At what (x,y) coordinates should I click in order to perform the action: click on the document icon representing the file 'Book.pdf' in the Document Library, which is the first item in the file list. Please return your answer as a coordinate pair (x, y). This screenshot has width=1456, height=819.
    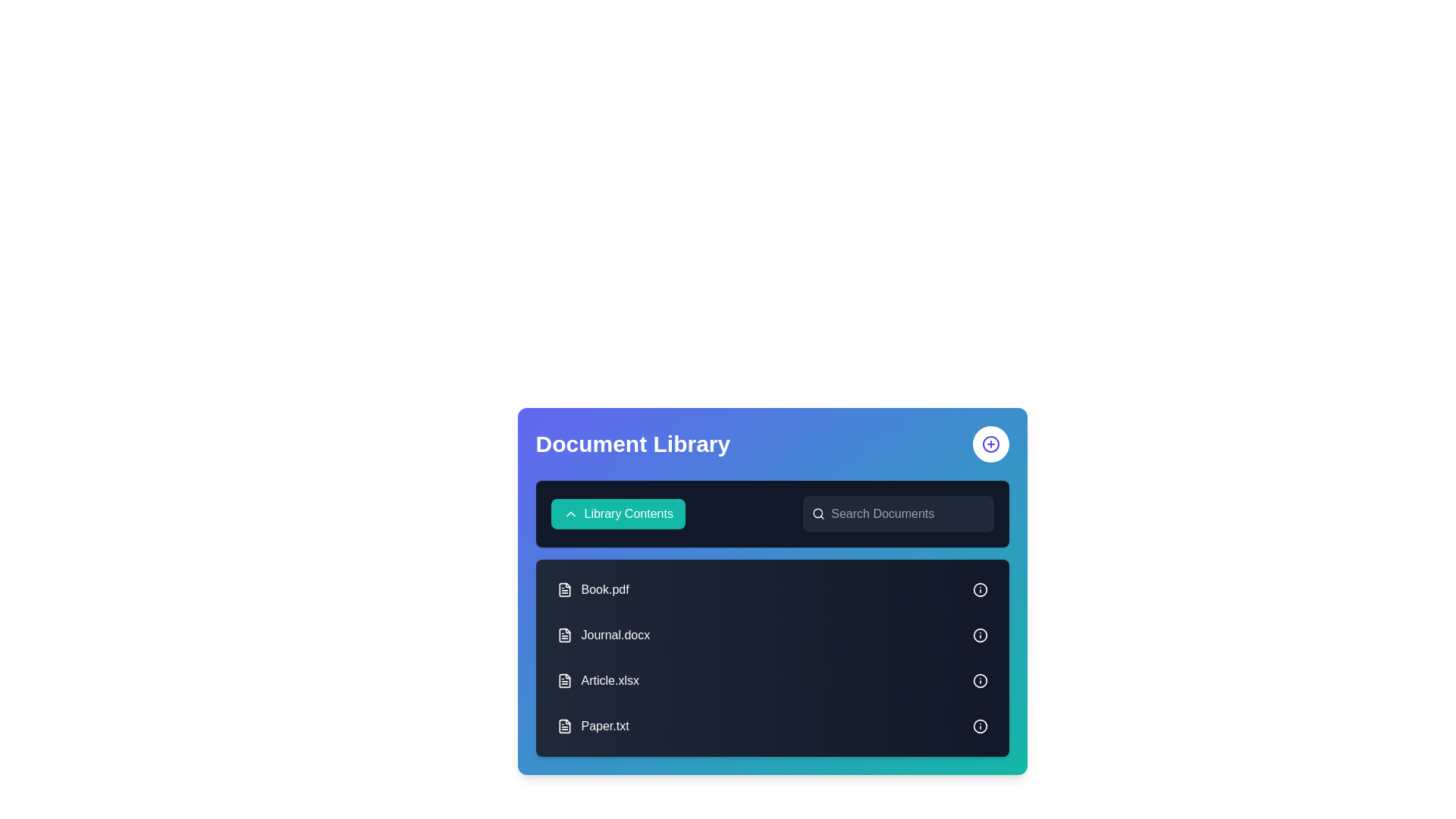
    Looking at the image, I should click on (563, 589).